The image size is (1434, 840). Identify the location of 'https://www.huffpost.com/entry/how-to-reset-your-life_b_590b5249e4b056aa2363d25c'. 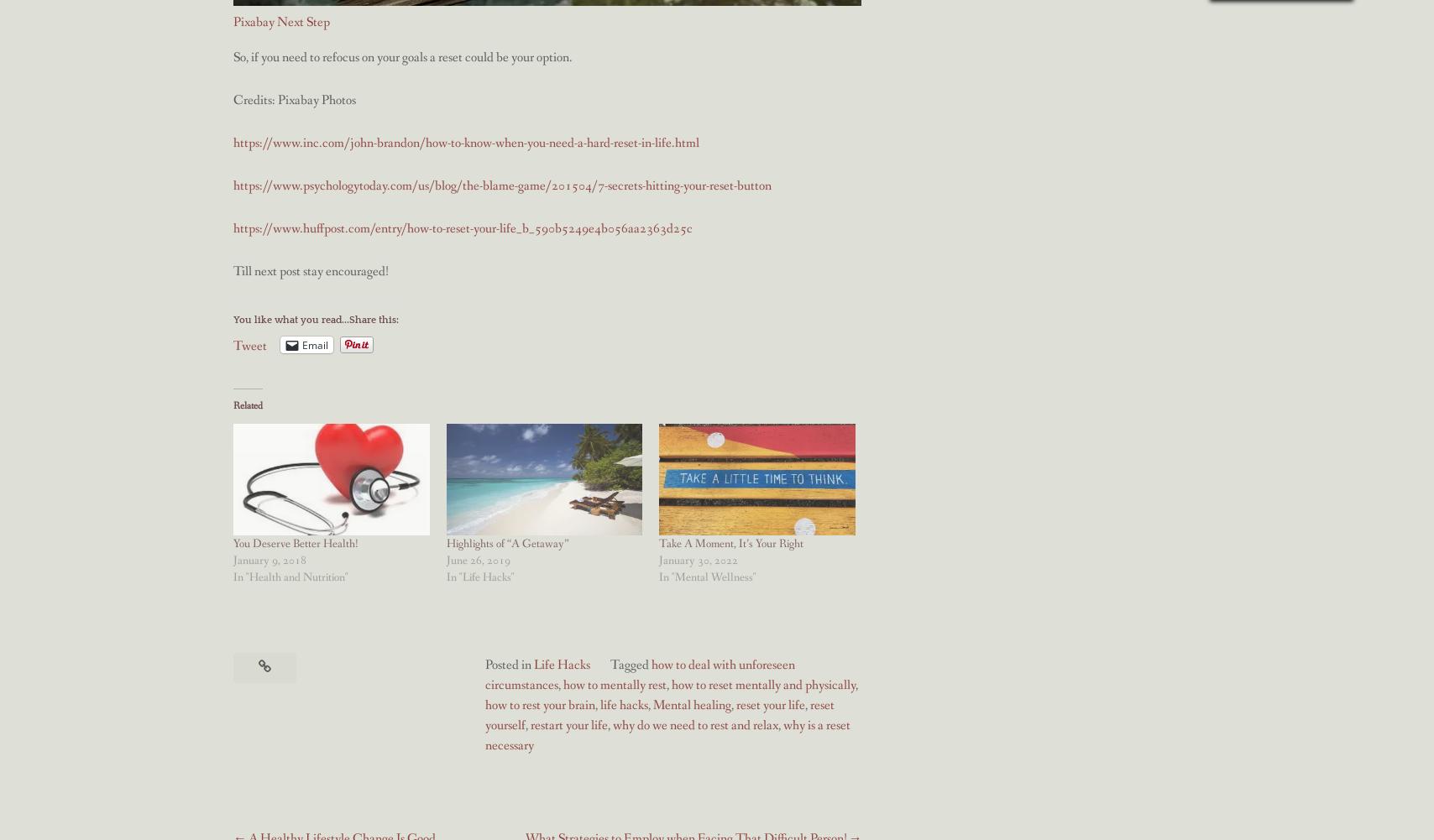
(463, 227).